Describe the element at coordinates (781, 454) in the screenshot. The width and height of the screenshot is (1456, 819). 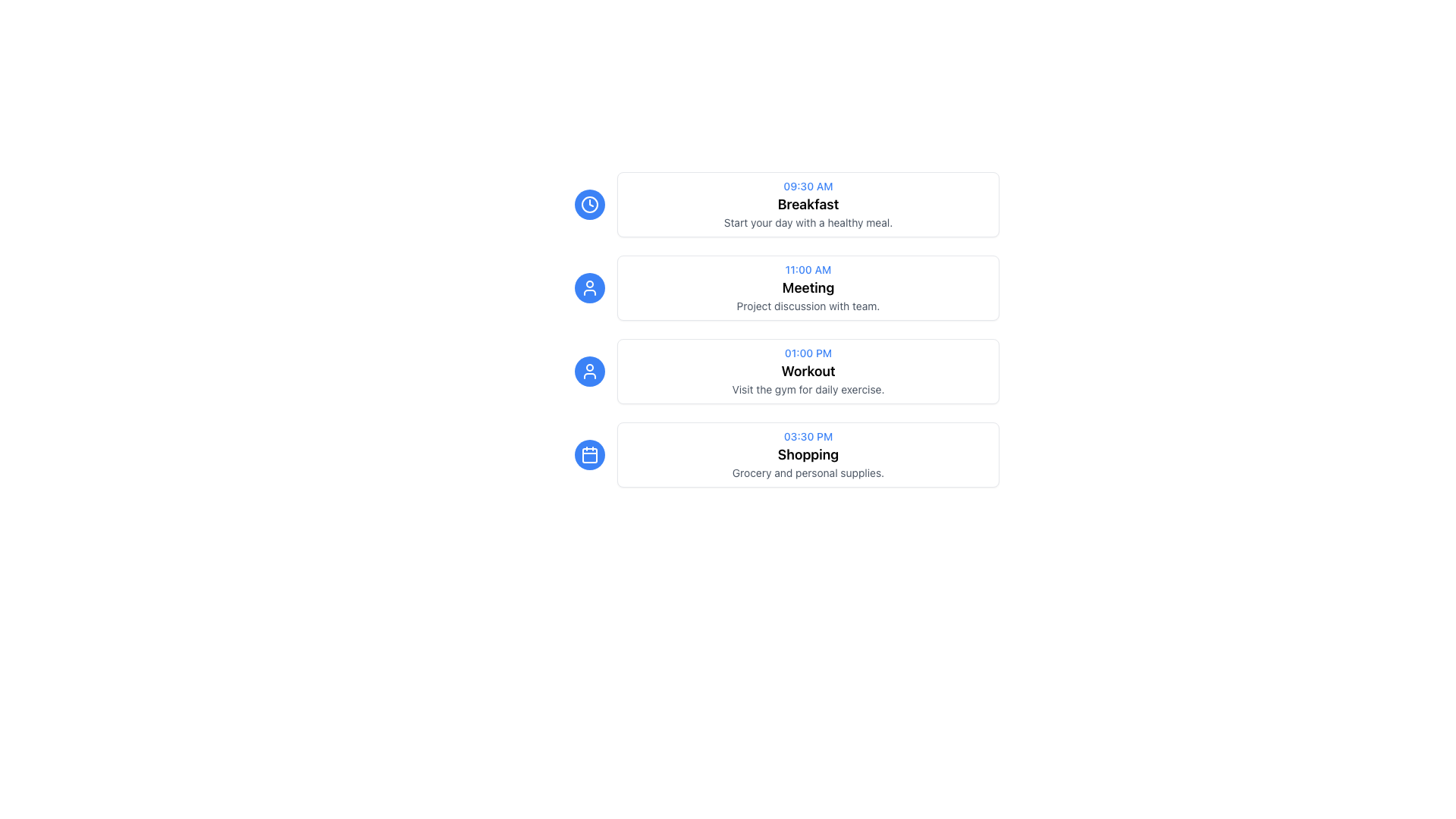
I see `the fourth scheduled event entry in the list, which features a blue timestamp ('03:30 PM'), a bold title ('Shopping'), and a lighter description ('Grocery and personal supplies')` at that location.